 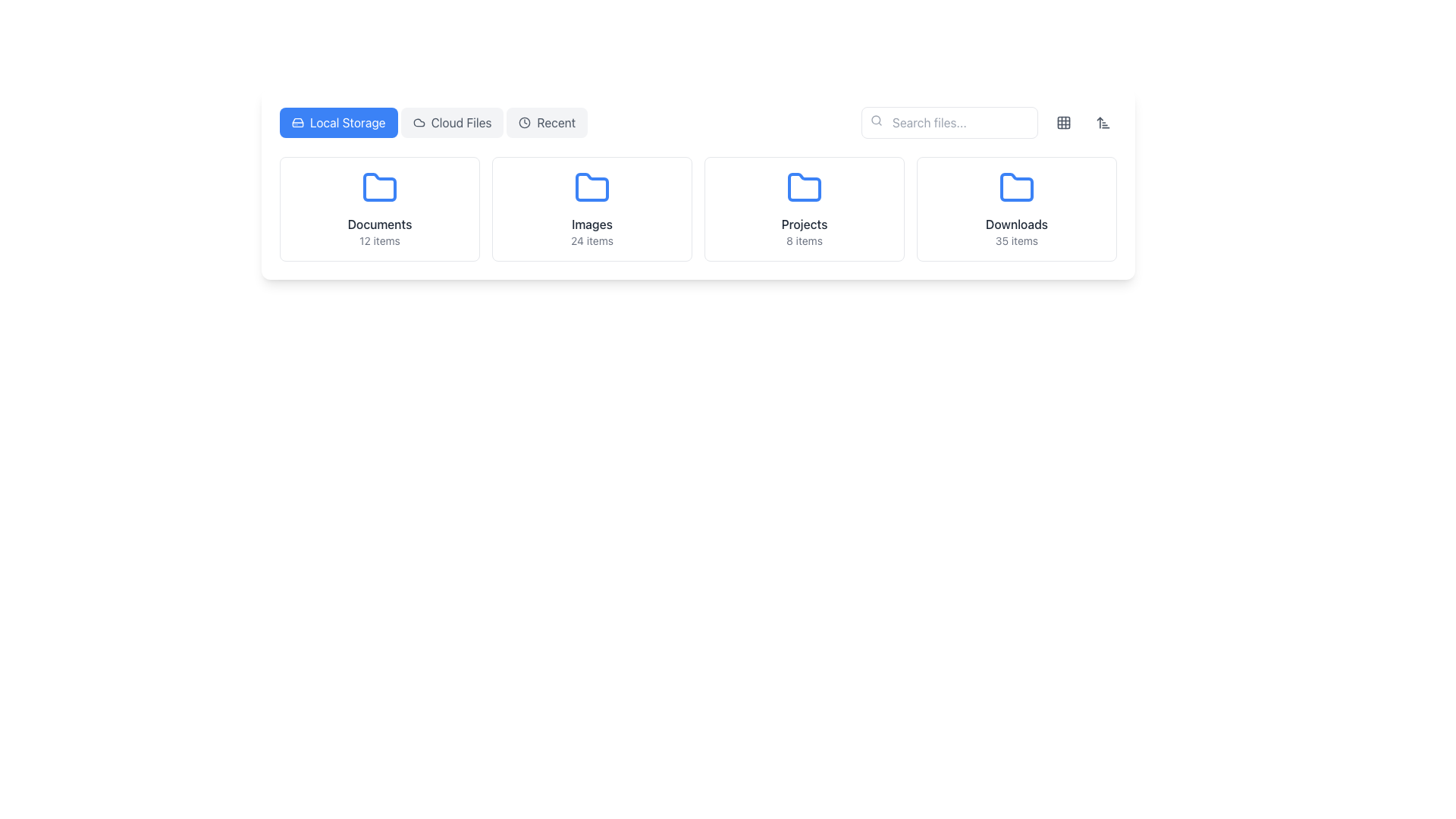 What do you see at coordinates (877, 119) in the screenshot?
I see `the search icon located to the left of the 'Search files...' input field, which serves as a visual indicator for the search functionality` at bounding box center [877, 119].